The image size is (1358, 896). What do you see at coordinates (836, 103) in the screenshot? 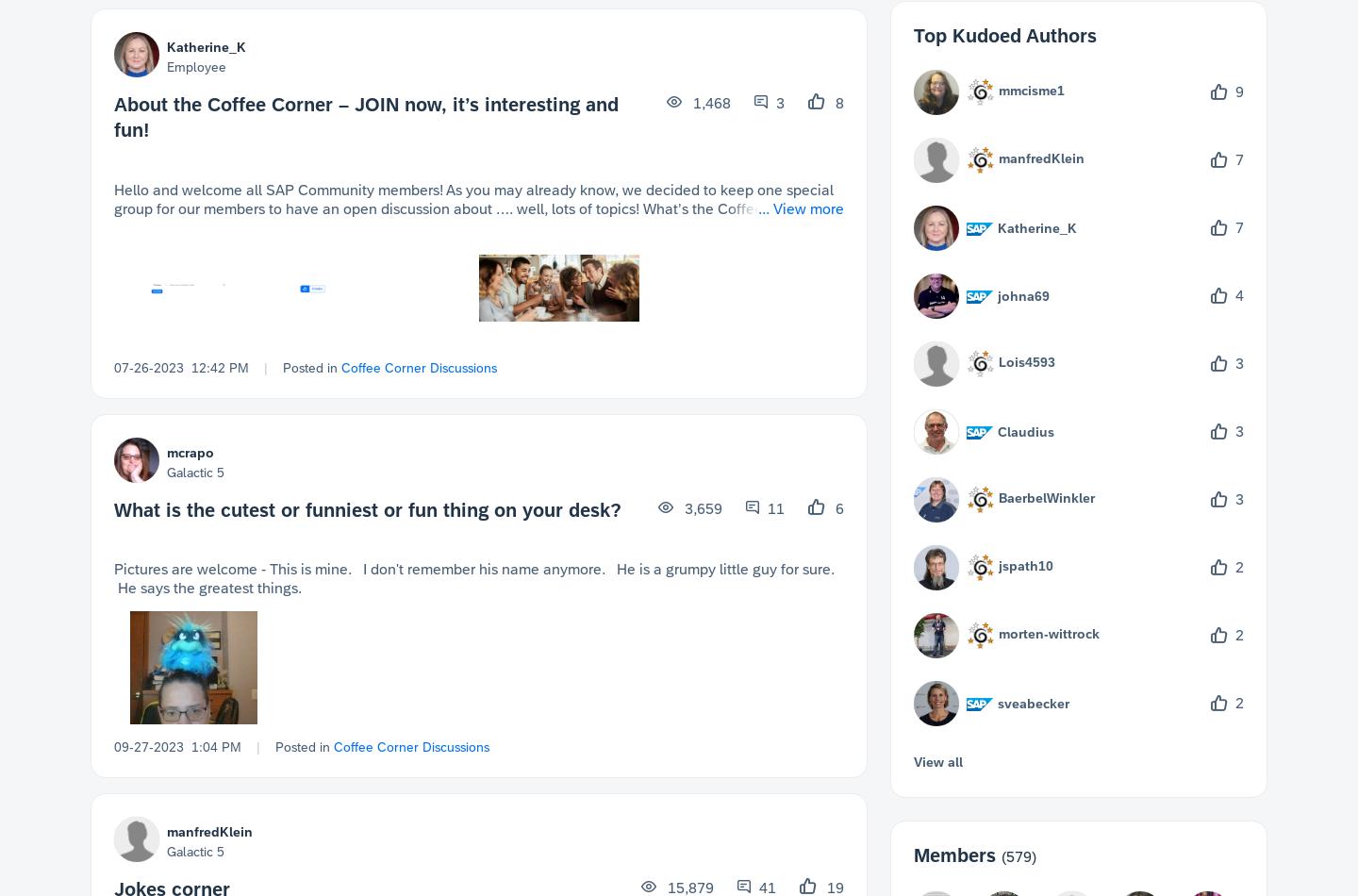
I see `'8'` at bounding box center [836, 103].